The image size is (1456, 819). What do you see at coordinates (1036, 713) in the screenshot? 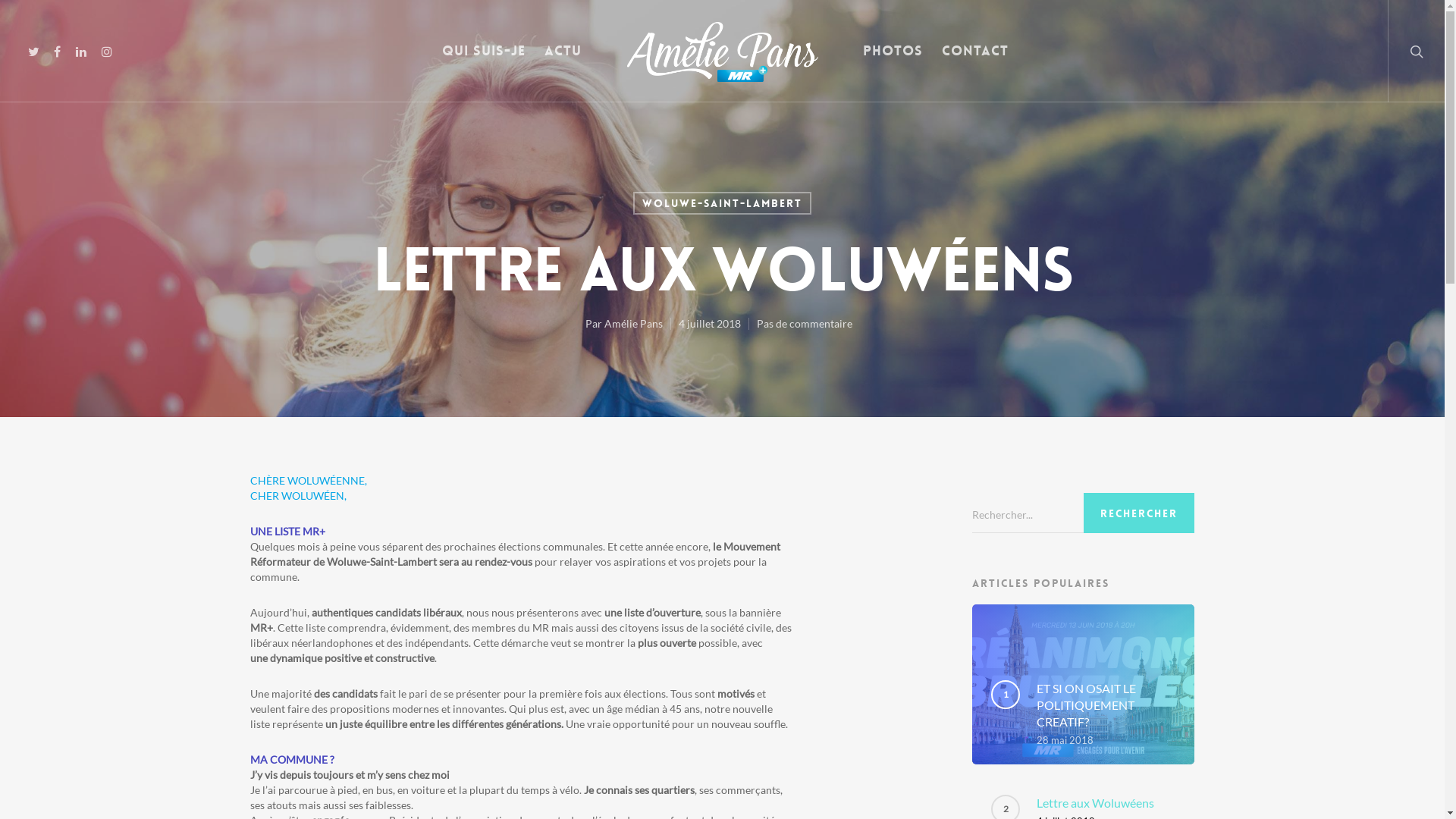
I see `'ET SI ON OSAIT LE POLITIQUEMENT CREATIF?` at bounding box center [1036, 713].